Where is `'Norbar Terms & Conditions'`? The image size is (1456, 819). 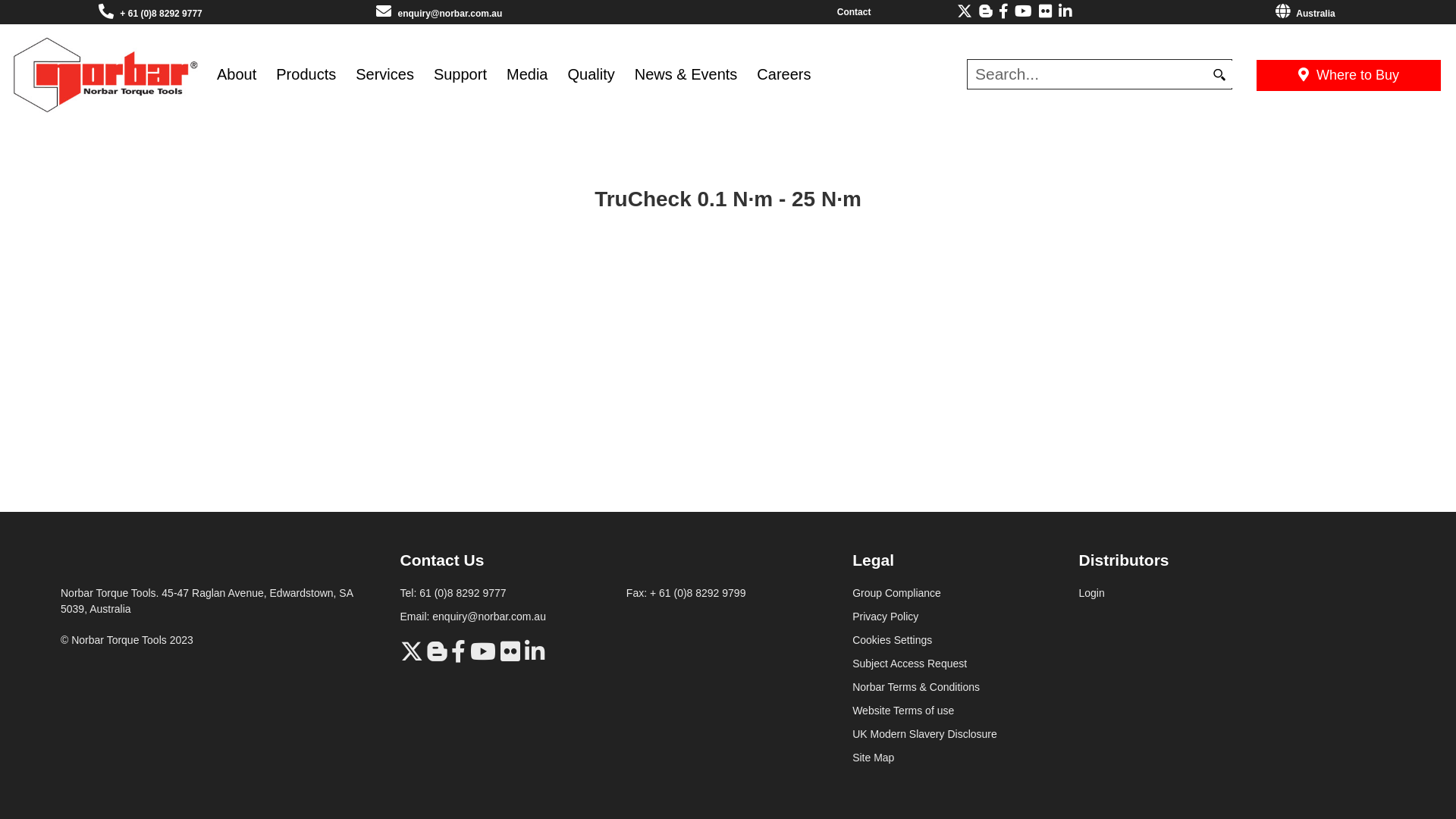 'Norbar Terms & Conditions' is located at coordinates (915, 687).